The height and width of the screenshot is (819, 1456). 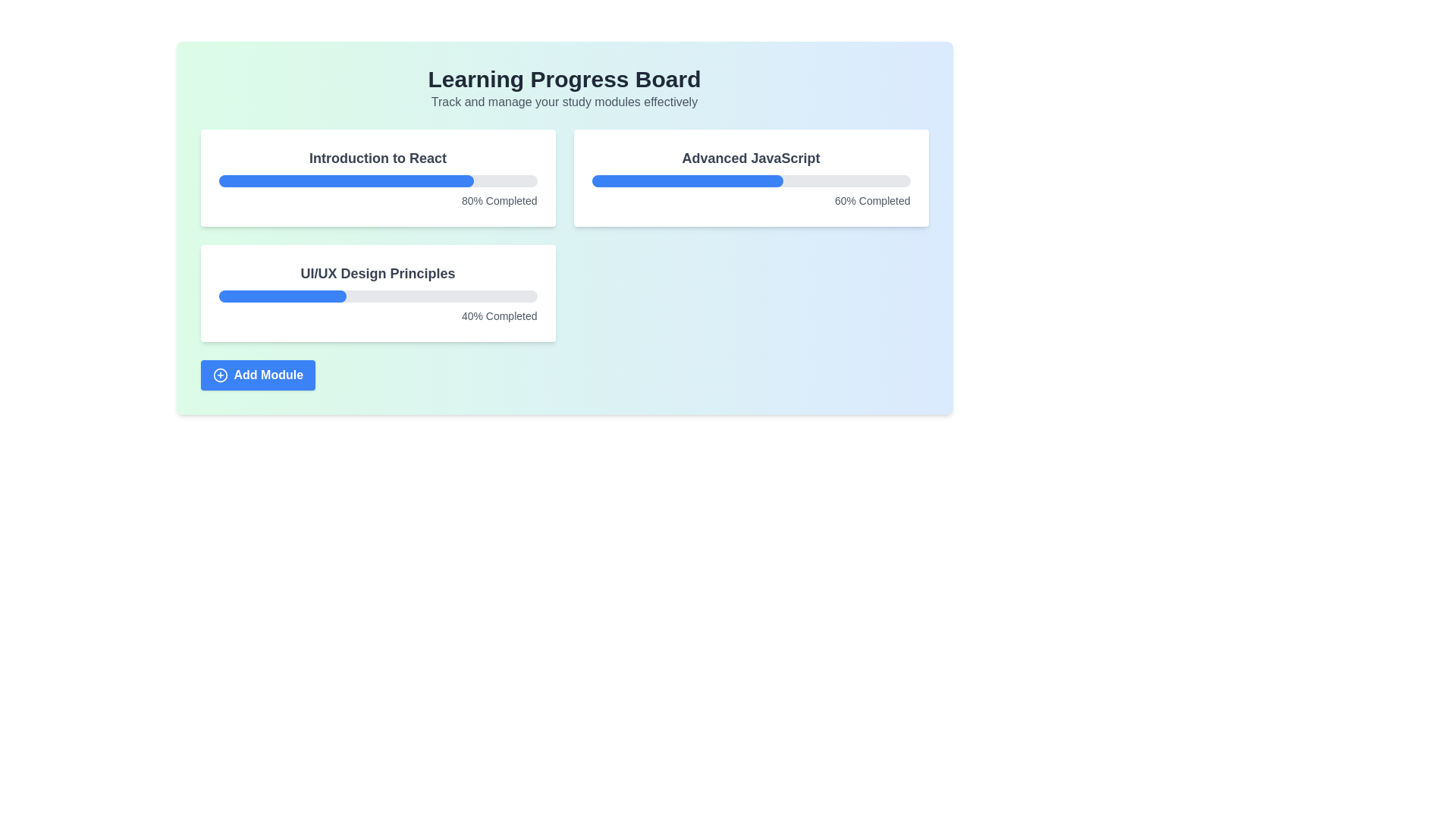 What do you see at coordinates (563, 79) in the screenshot?
I see `the header text element displaying 'Learning Progress Board', which is styled in a large bold dark gray font and positioned at the top-middle of the interface` at bounding box center [563, 79].